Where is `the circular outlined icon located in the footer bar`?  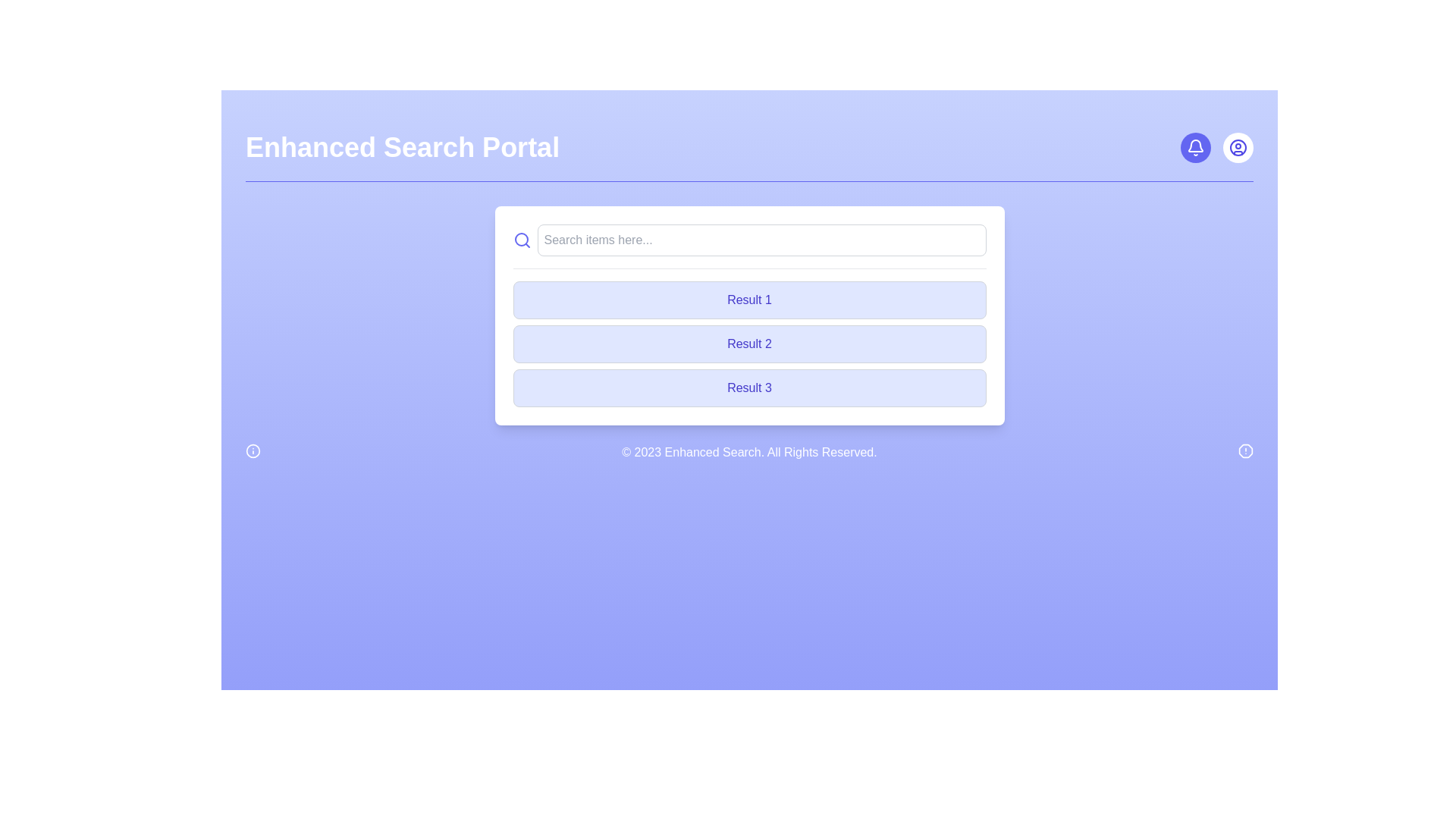
the circular outlined icon located in the footer bar is located at coordinates (253, 450).